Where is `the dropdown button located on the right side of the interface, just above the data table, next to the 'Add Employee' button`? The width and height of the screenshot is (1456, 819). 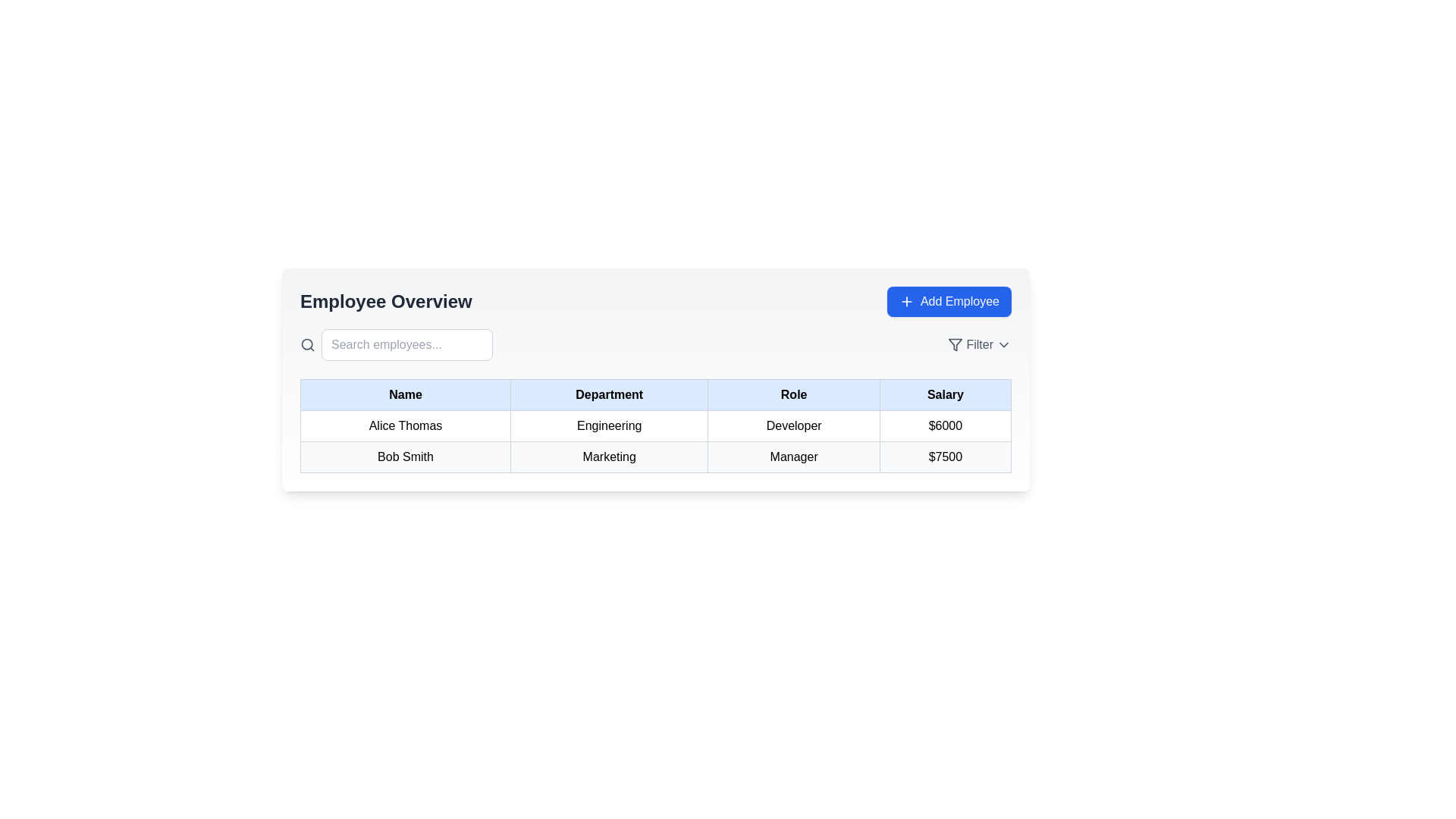 the dropdown button located on the right side of the interface, just above the data table, next to the 'Add Employee' button is located at coordinates (980, 345).